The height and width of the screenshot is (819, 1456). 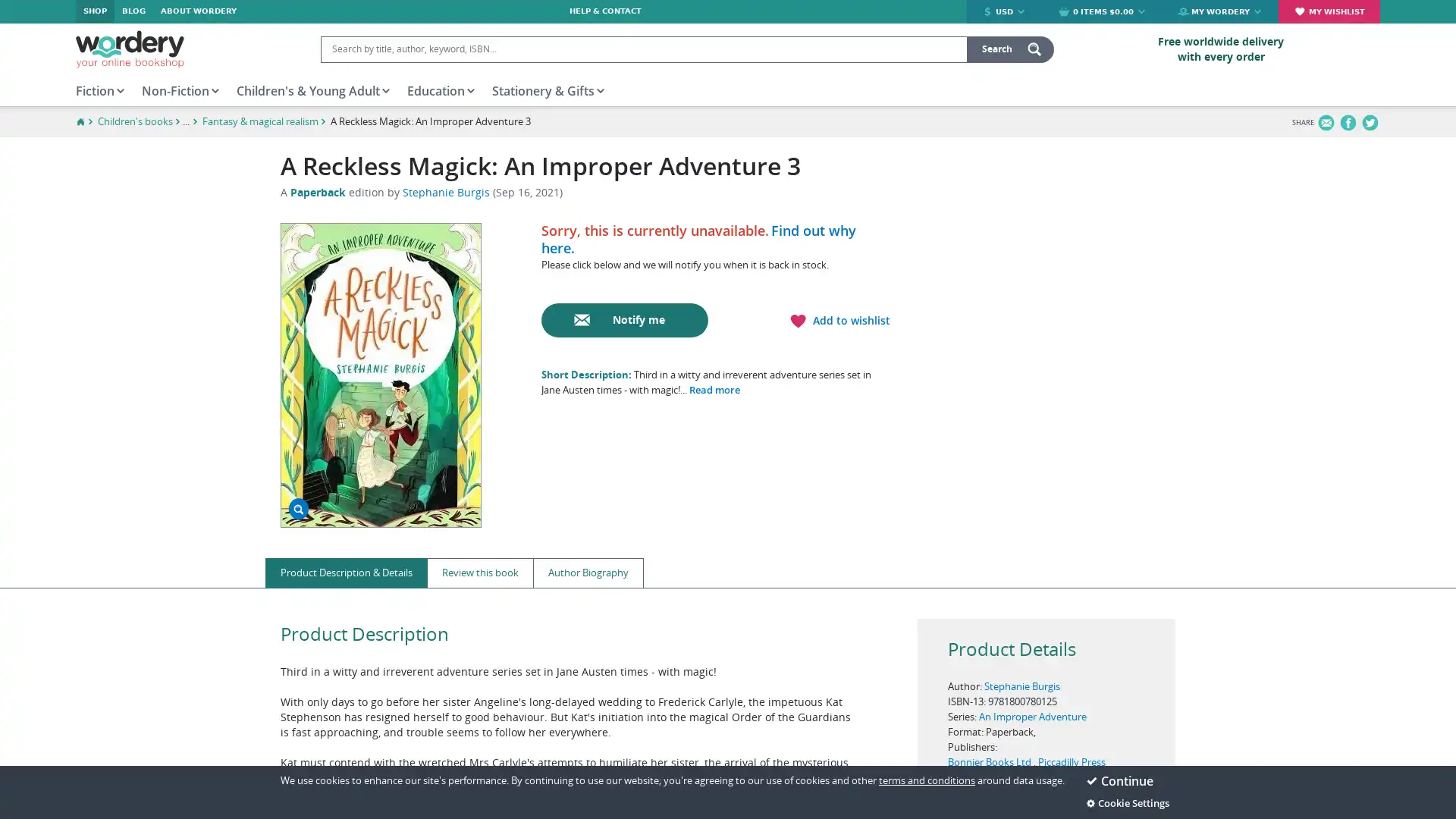 What do you see at coordinates (623, 318) in the screenshot?
I see `Notify me` at bounding box center [623, 318].